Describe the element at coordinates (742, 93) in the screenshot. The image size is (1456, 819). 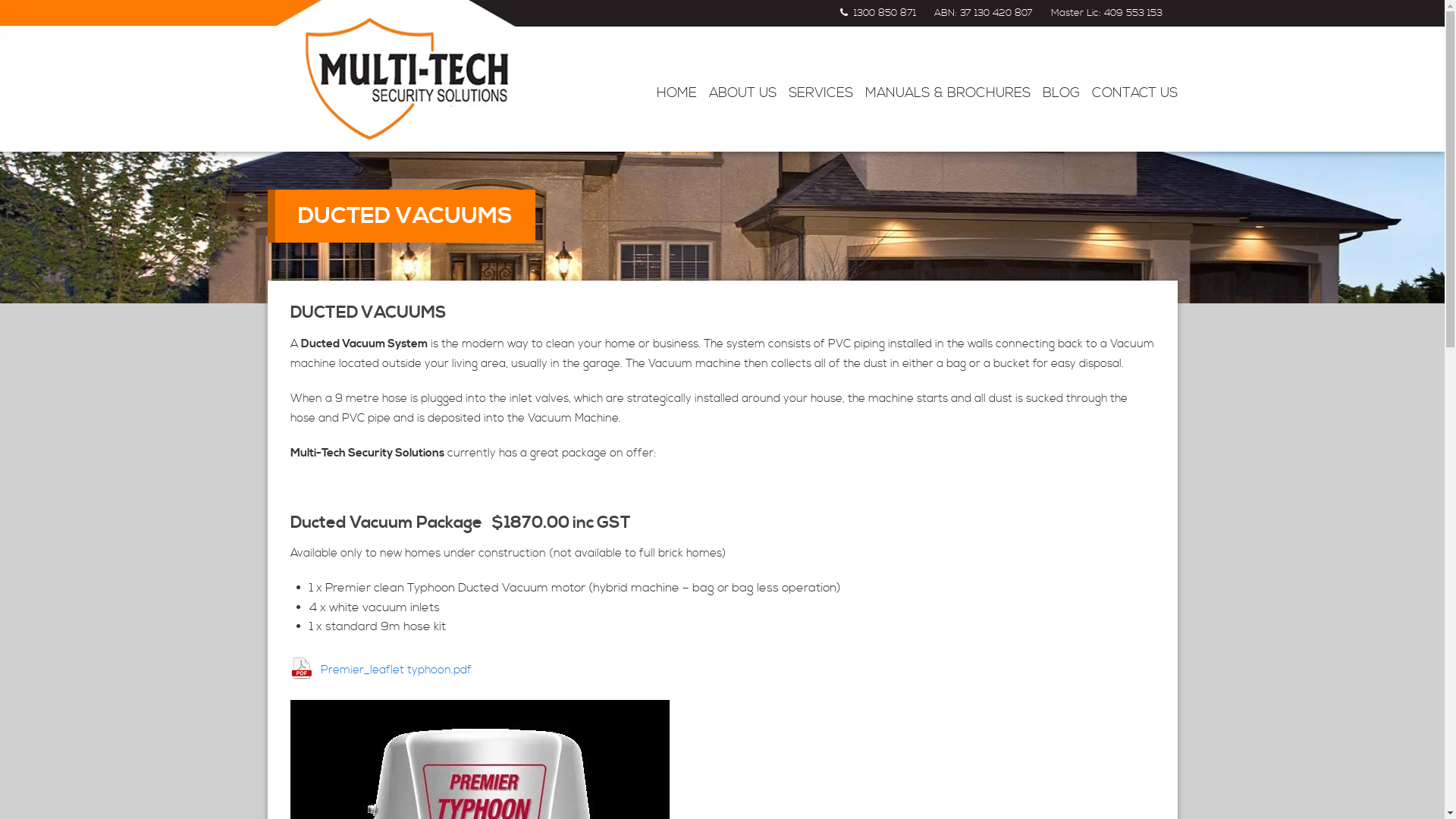
I see `'ABOUT US'` at that location.